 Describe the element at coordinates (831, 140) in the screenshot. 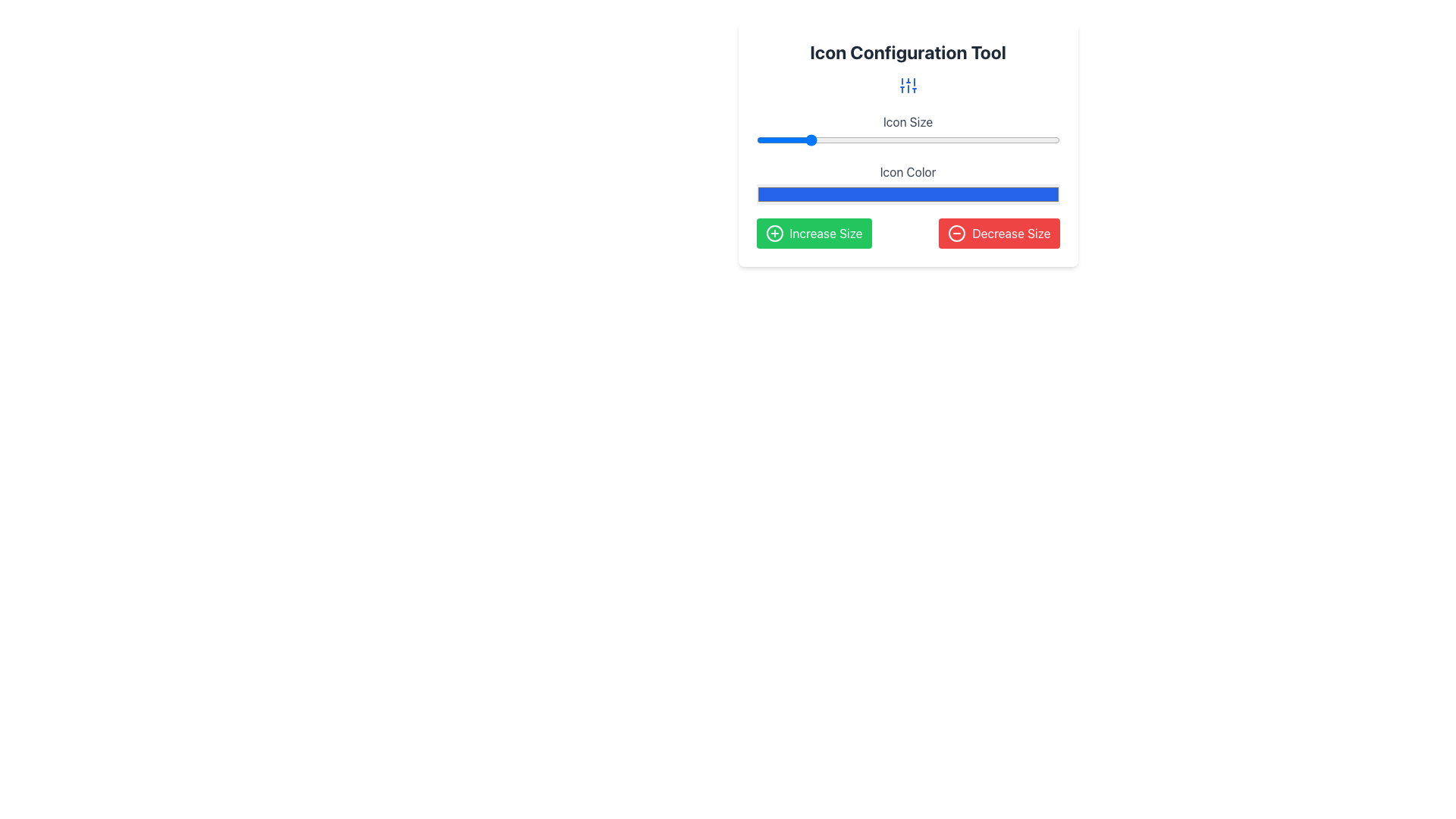

I see `the icon size` at that location.